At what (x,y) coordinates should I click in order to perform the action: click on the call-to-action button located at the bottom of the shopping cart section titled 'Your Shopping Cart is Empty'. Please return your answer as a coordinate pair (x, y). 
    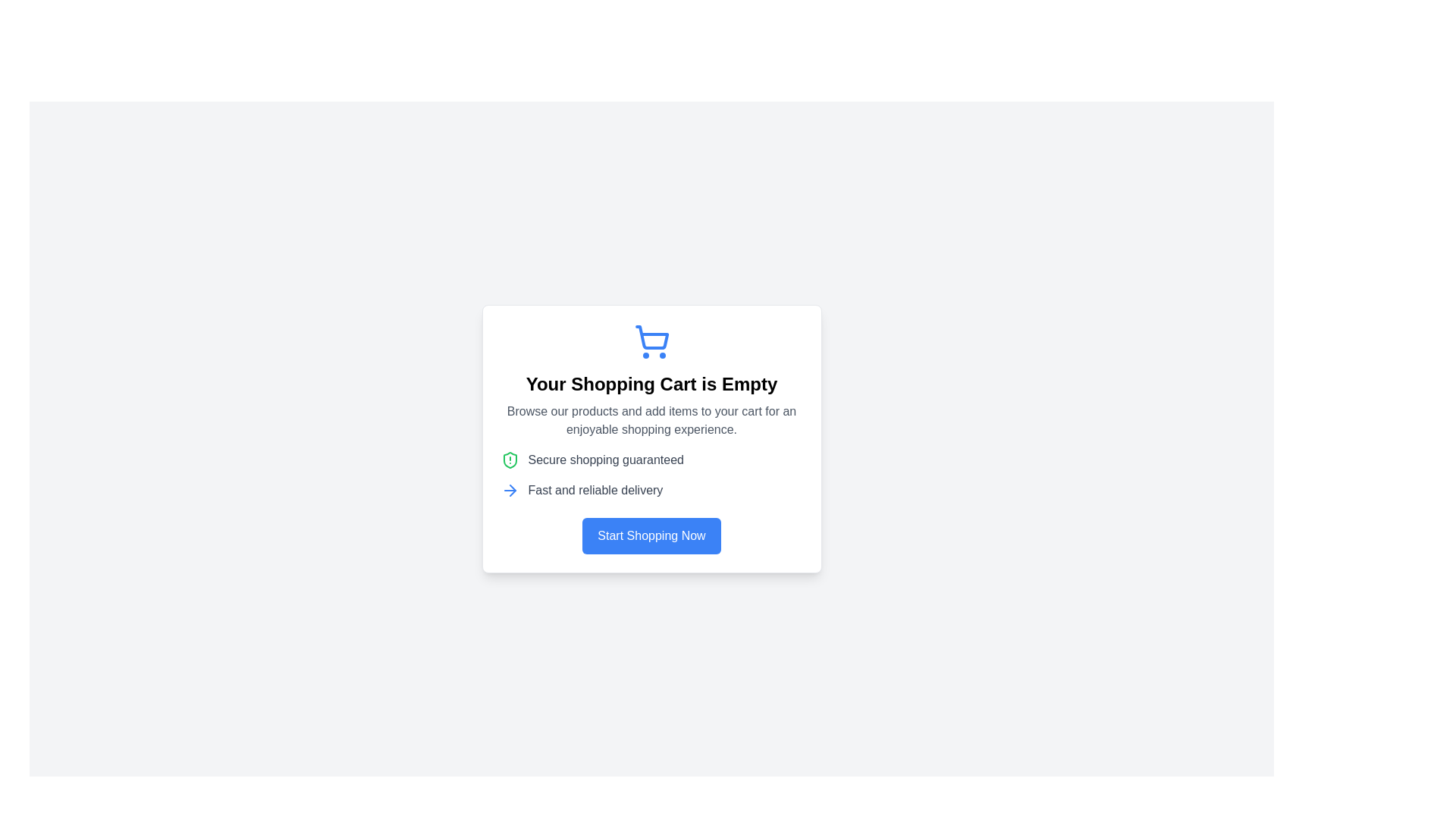
    Looking at the image, I should click on (651, 535).